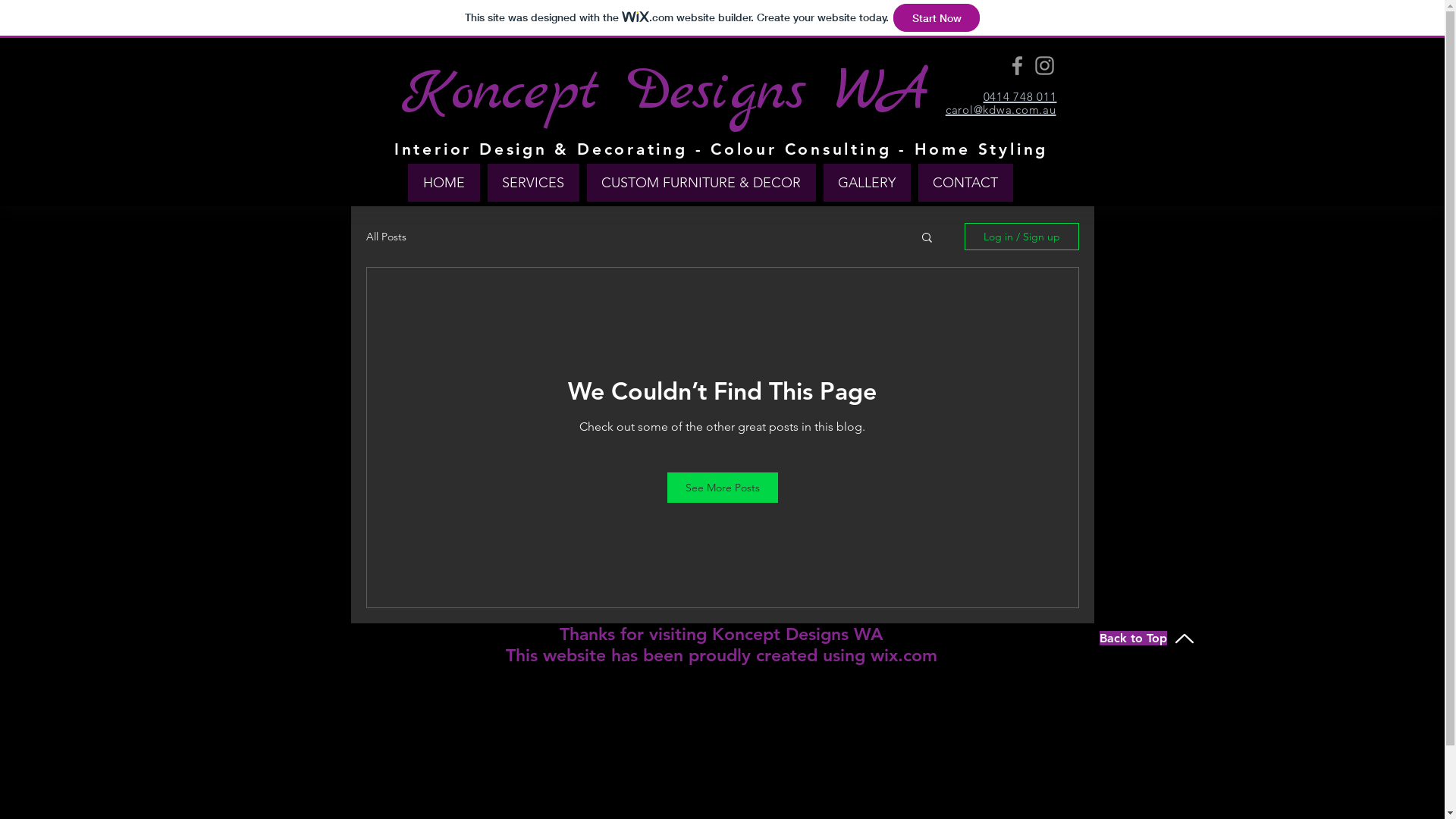 This screenshot has width=1456, height=819. I want to click on 'Log in / Sign up', so click(1021, 237).